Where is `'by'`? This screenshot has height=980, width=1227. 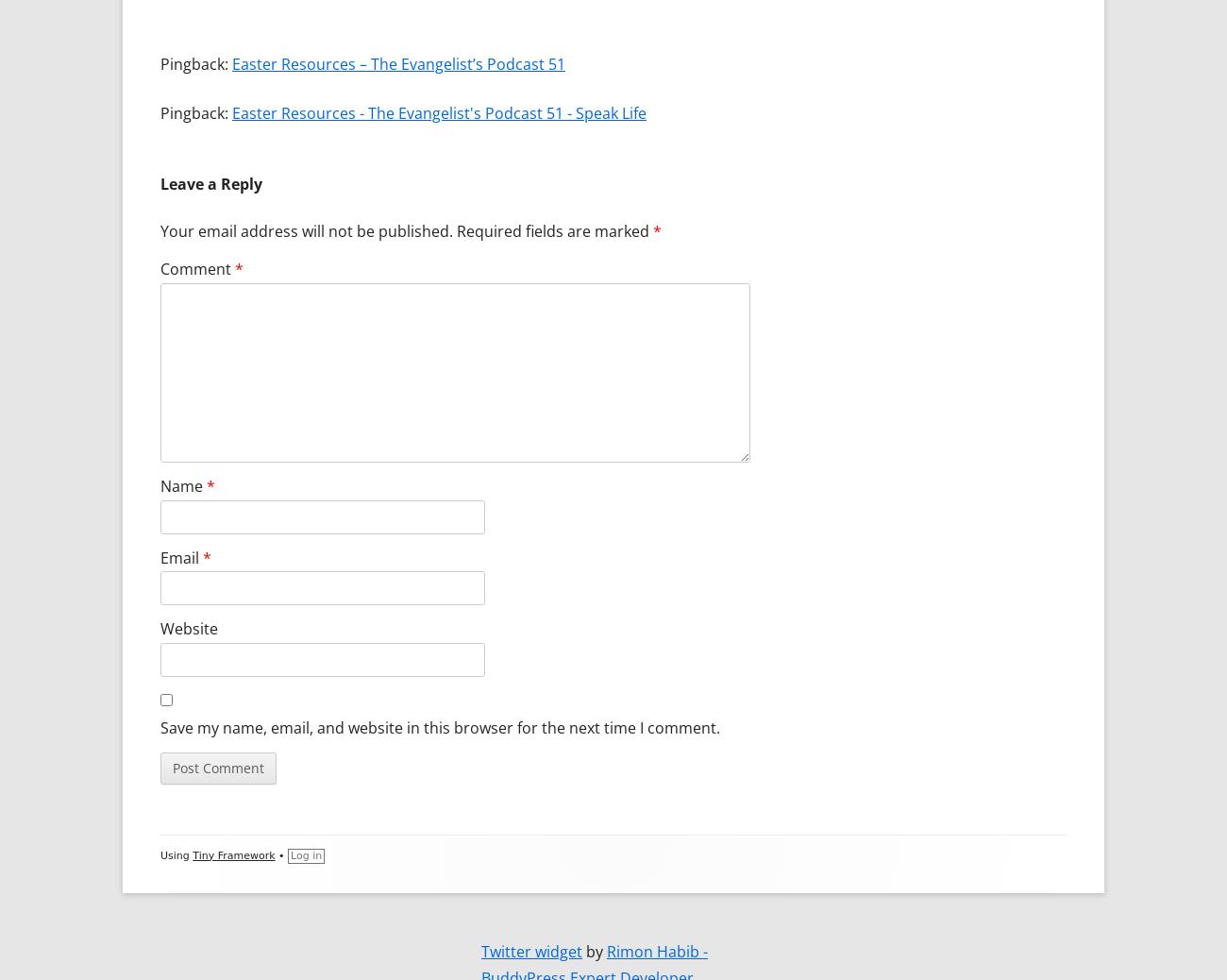
'by' is located at coordinates (581, 950).